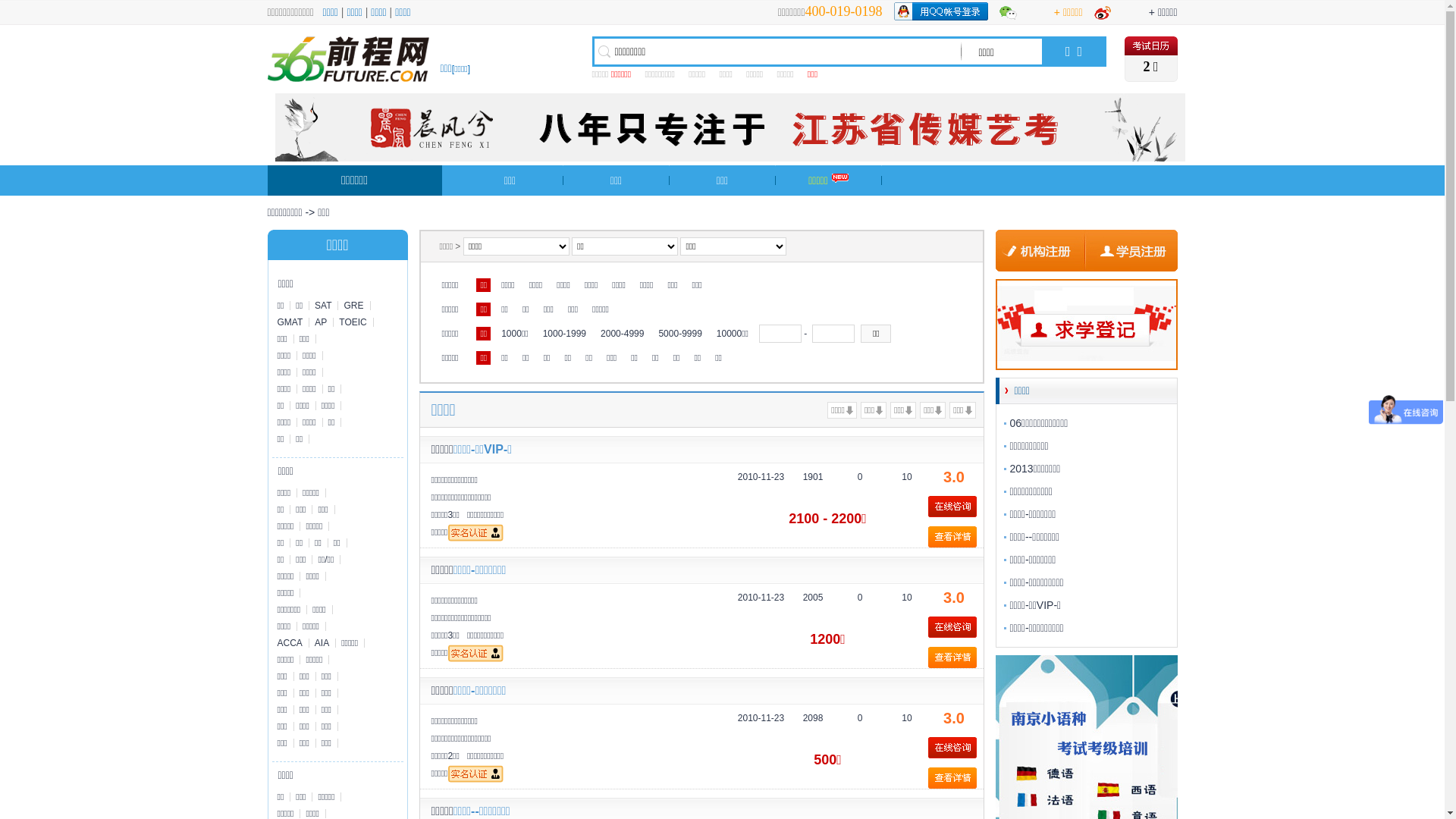 This screenshot has width=1456, height=819. I want to click on 'GRE', so click(353, 305).